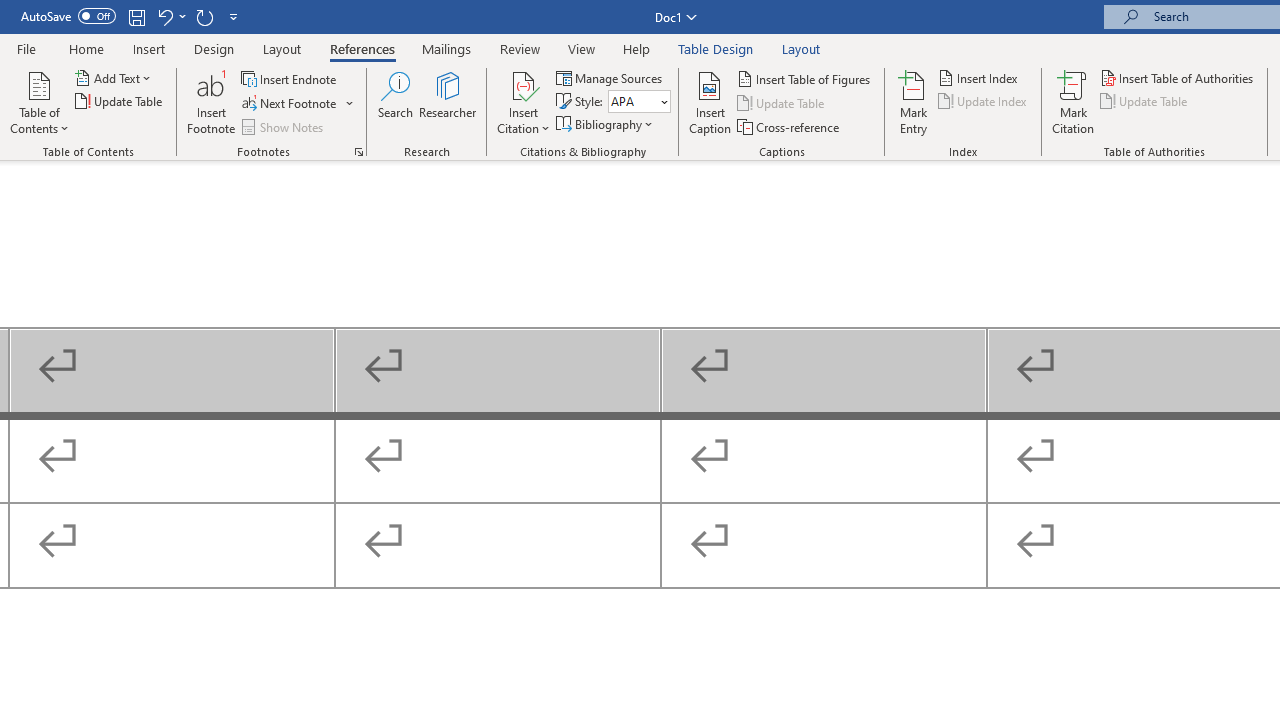 The width and height of the screenshot is (1280, 720). What do you see at coordinates (788, 127) in the screenshot?
I see `'Cross-reference...'` at bounding box center [788, 127].